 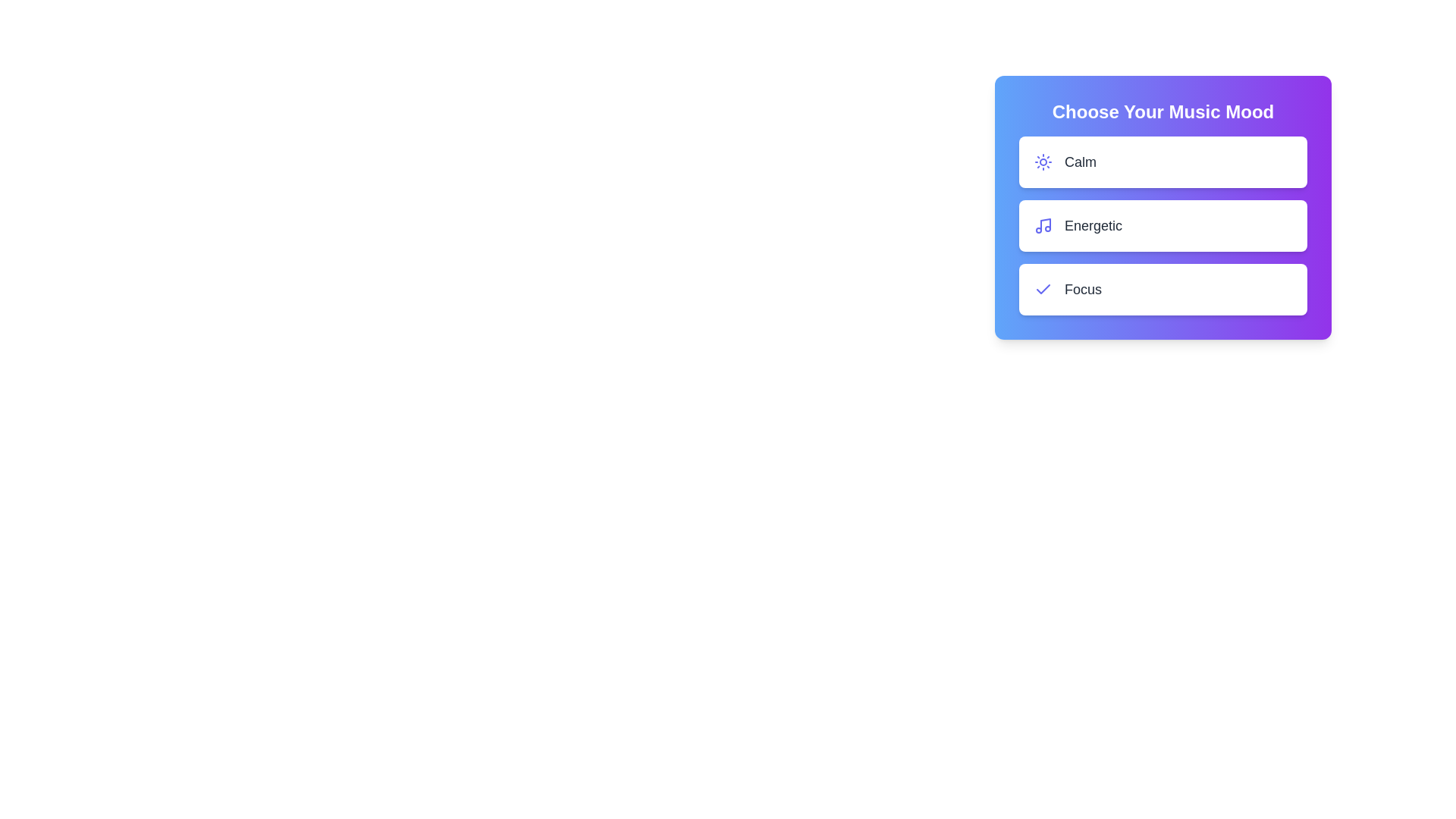 I want to click on the clickable list item labeled 'Focus' which is the third item in a vertical stack, to observe the style change, so click(x=1163, y=289).